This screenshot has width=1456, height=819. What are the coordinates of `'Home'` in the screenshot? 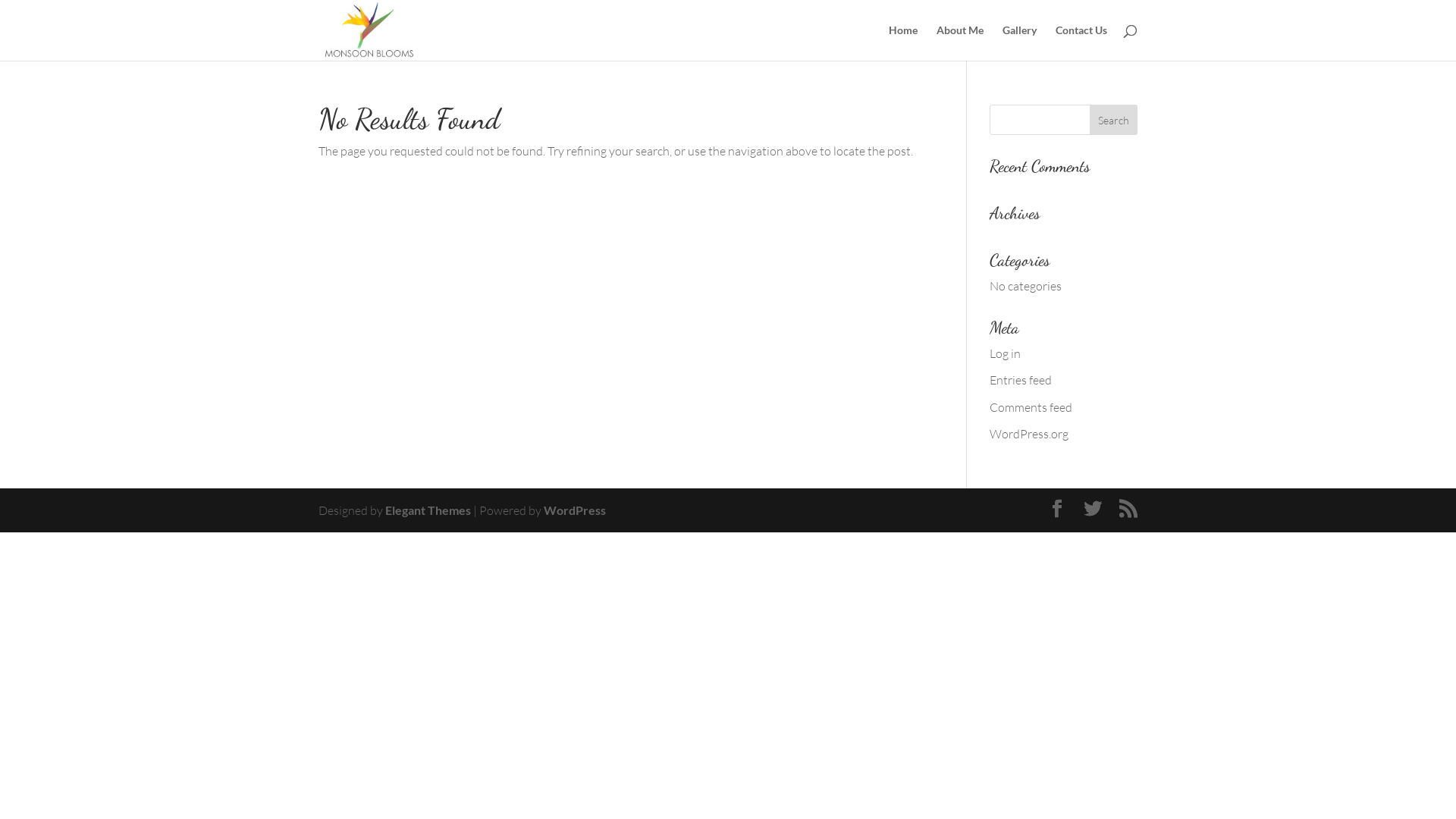 It's located at (902, 42).